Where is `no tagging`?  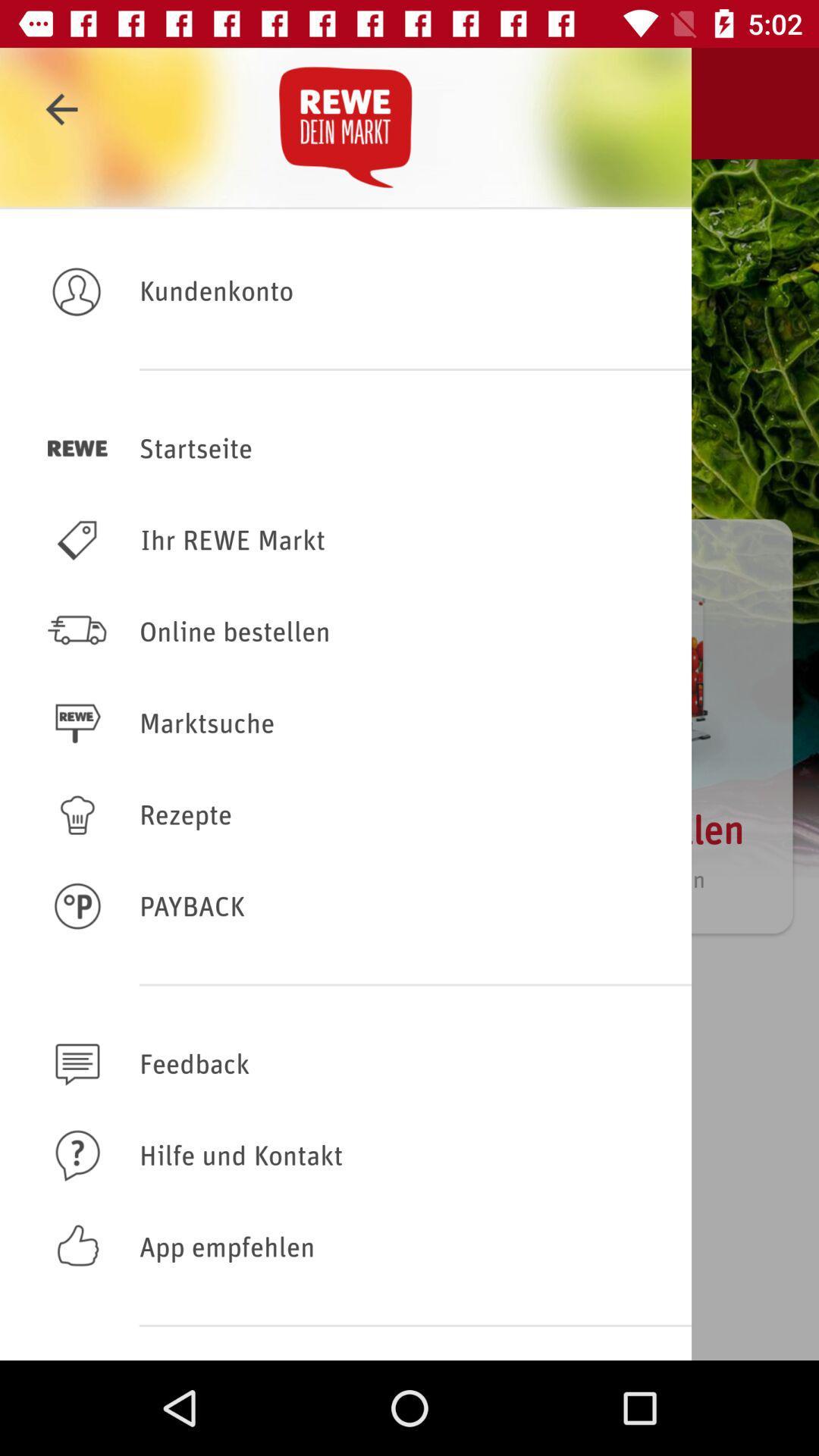
no tagging is located at coordinates (345, 1062).